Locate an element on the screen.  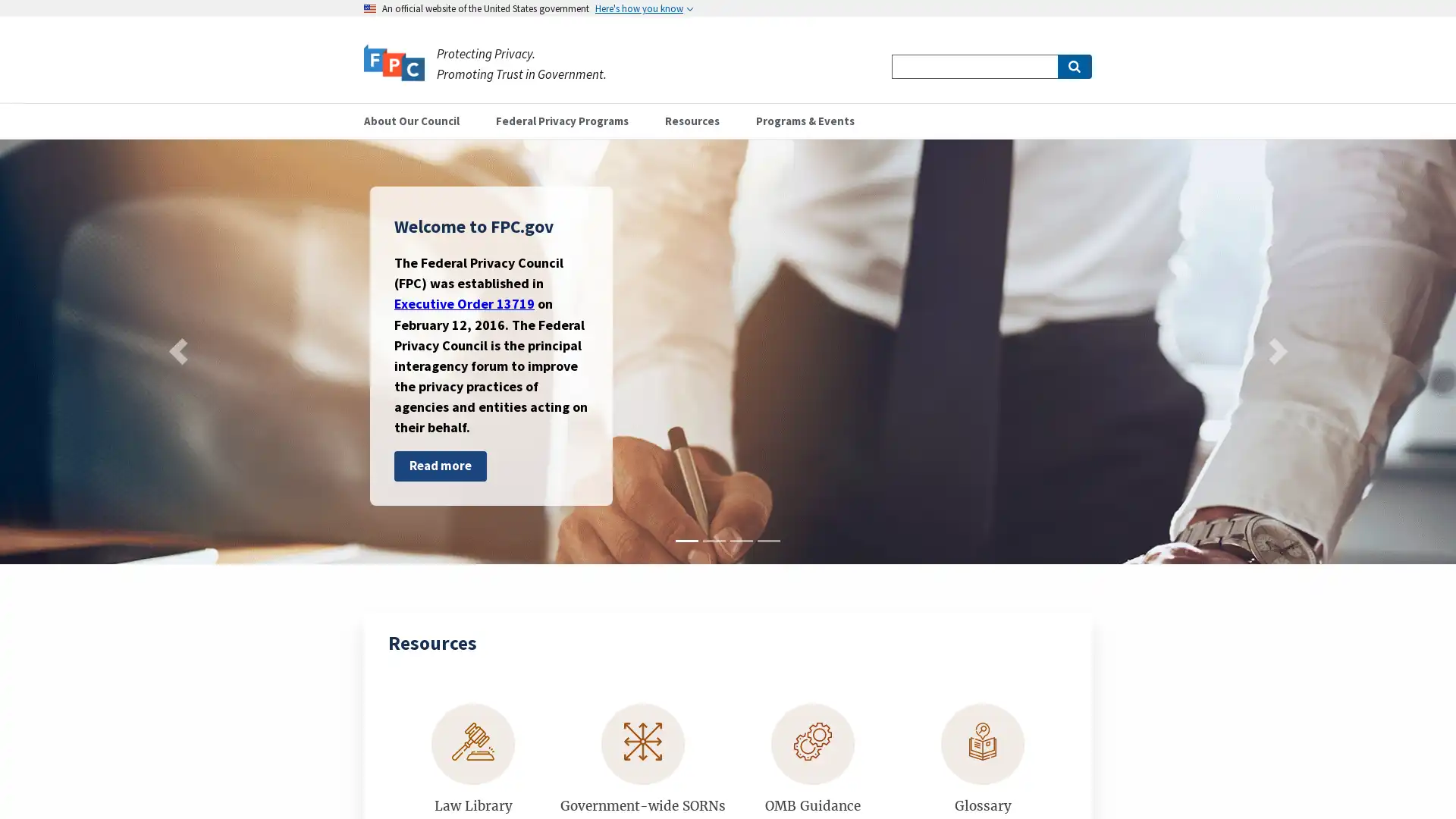
Resources is located at coordinates (698, 120).